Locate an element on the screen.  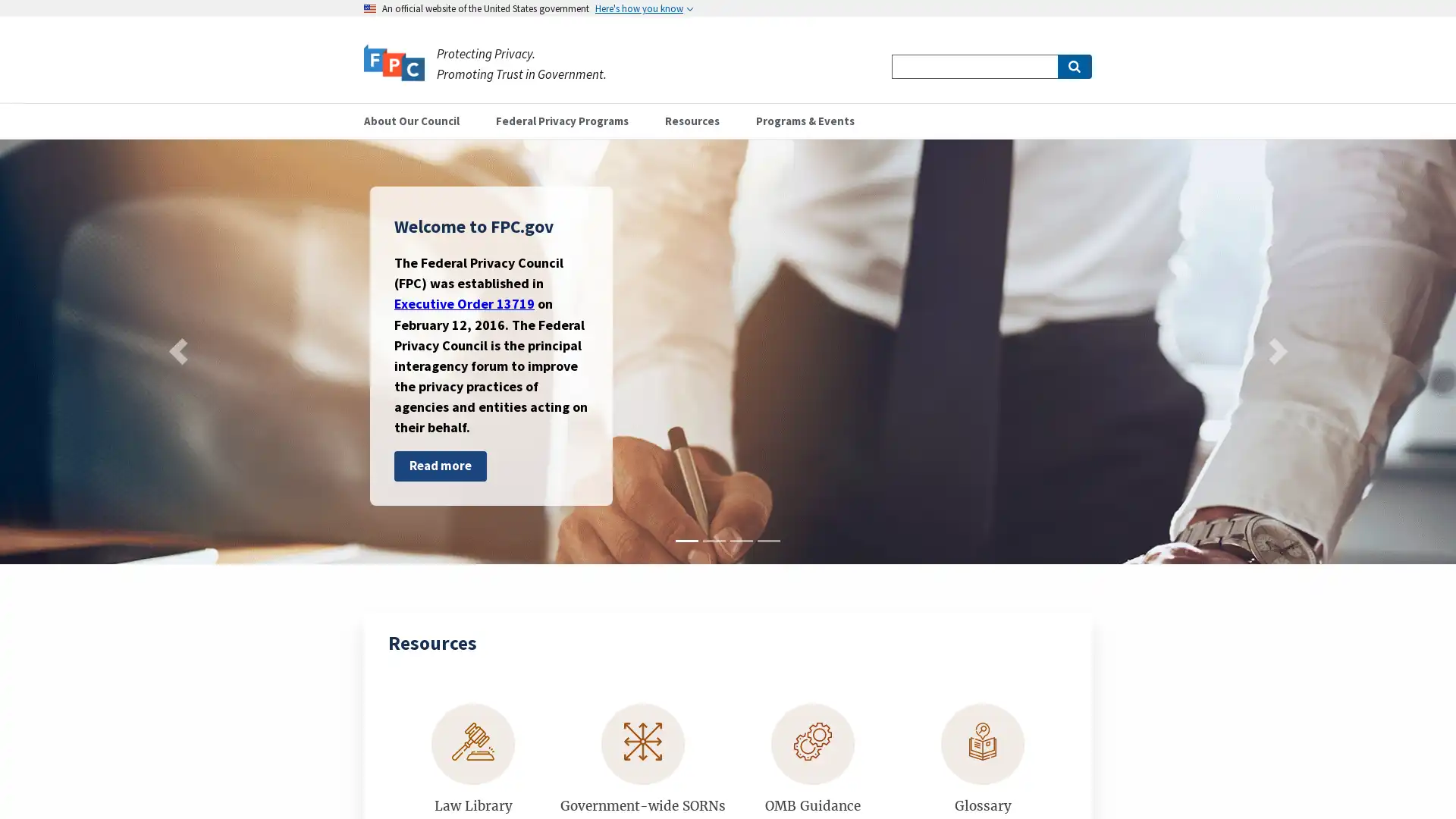
Resources is located at coordinates (698, 120).